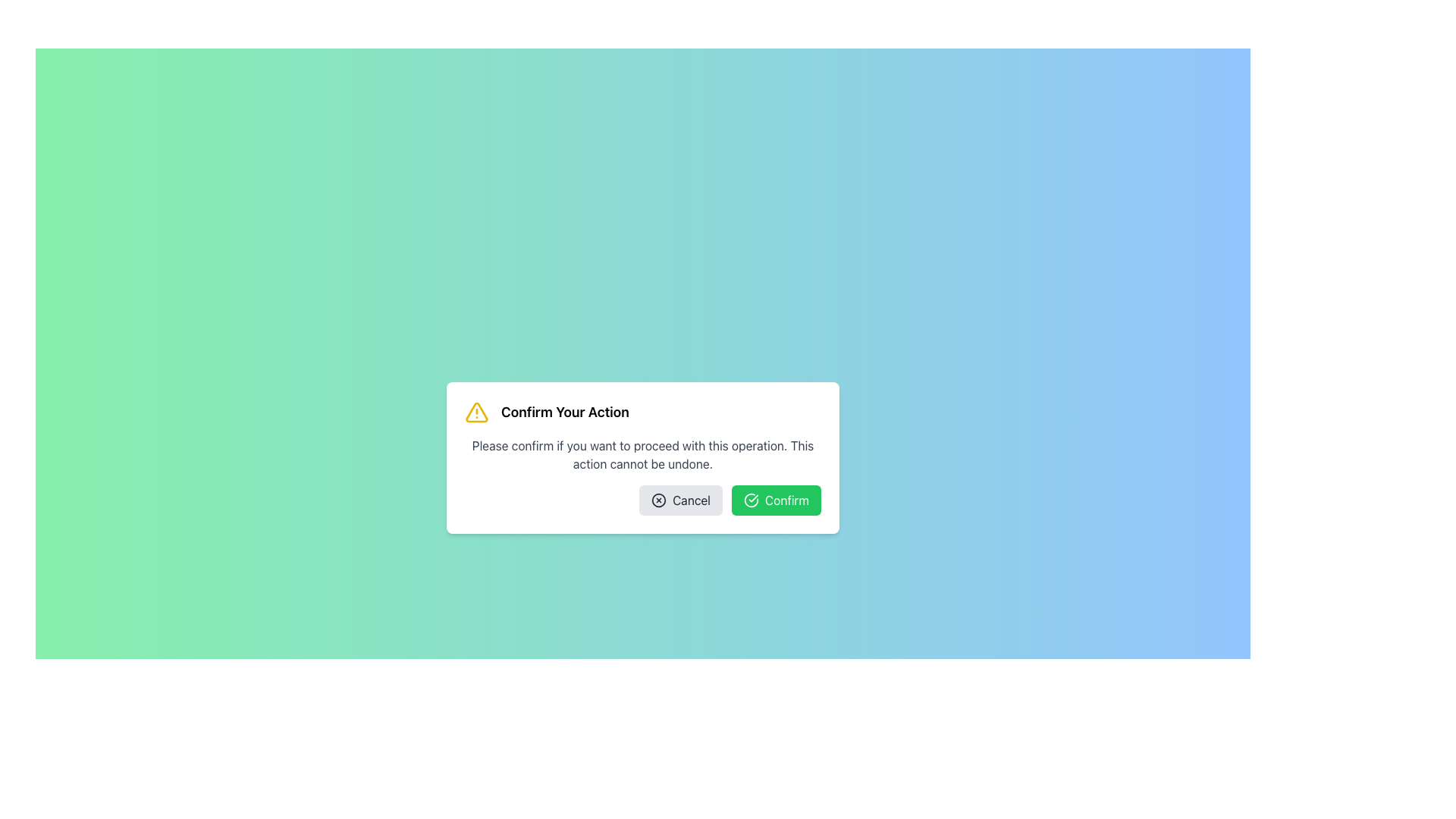 The width and height of the screenshot is (1456, 819). Describe the element at coordinates (679, 500) in the screenshot. I see `the 'Cancel' button with a gray background and an 'X' icon located in the bottom right area of the modal dialog` at that location.